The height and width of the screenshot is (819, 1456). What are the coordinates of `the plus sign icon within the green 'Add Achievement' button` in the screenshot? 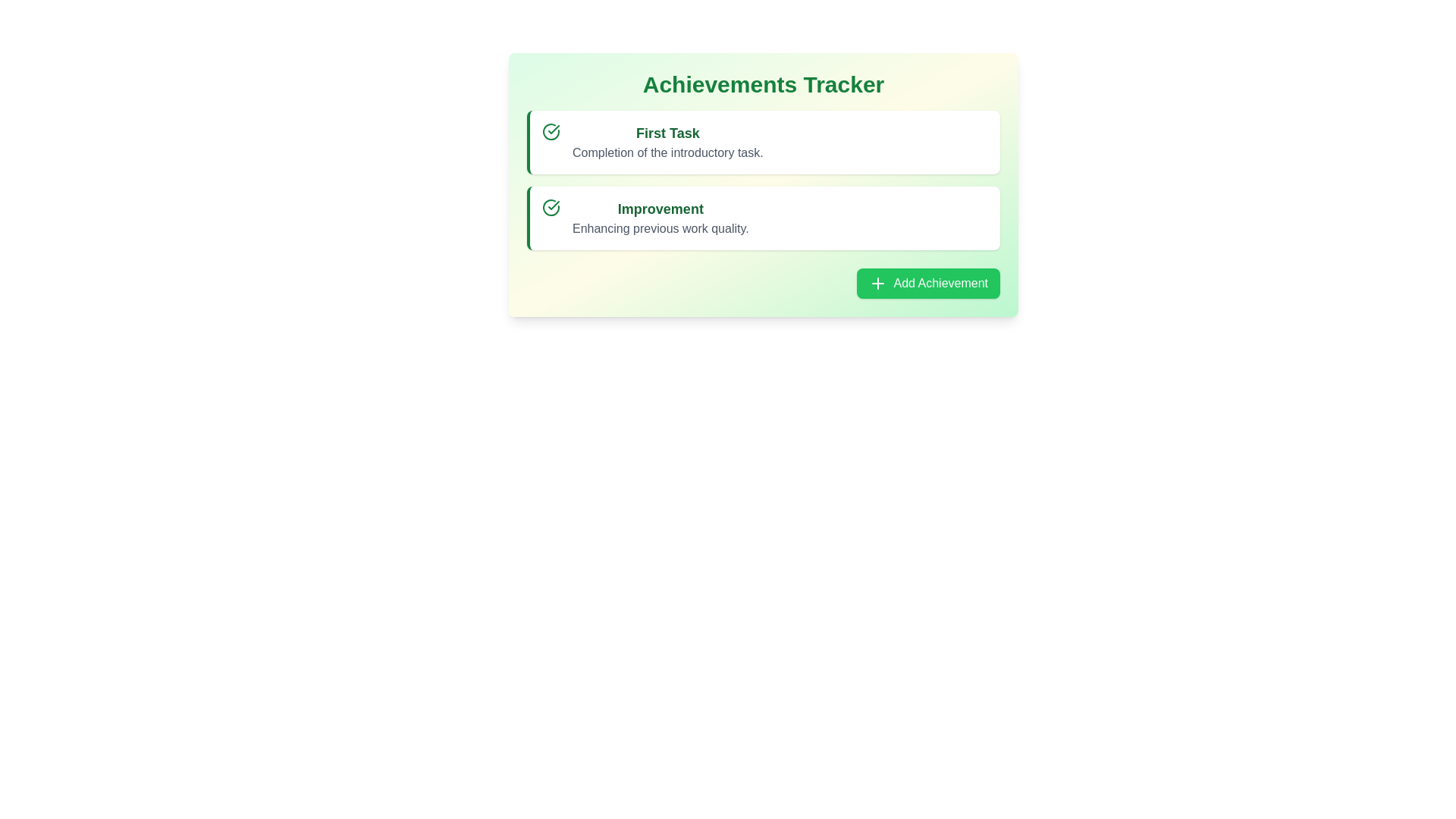 It's located at (878, 284).